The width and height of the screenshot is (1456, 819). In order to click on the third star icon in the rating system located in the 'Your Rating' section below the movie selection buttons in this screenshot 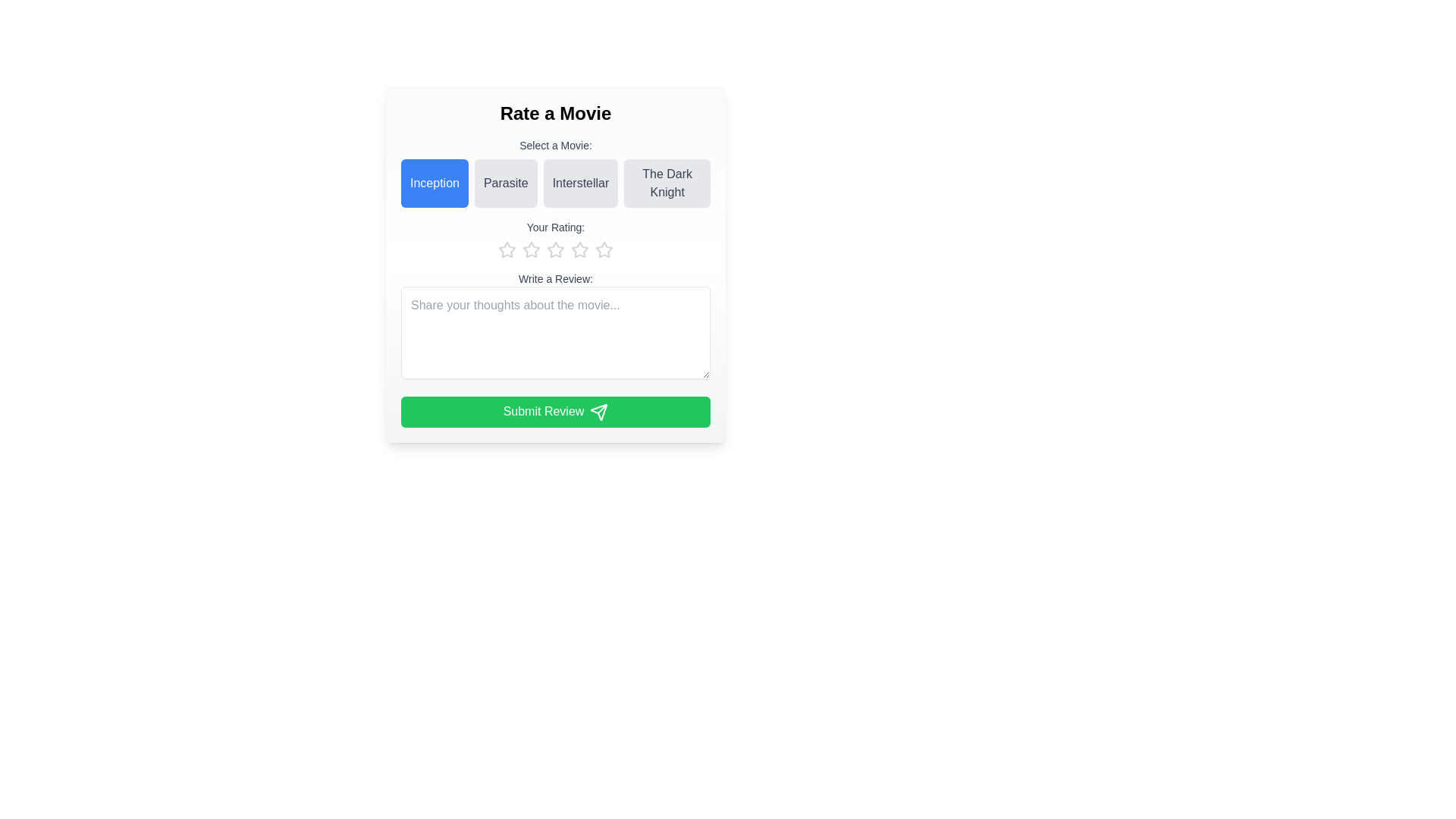, I will do `click(579, 249)`.